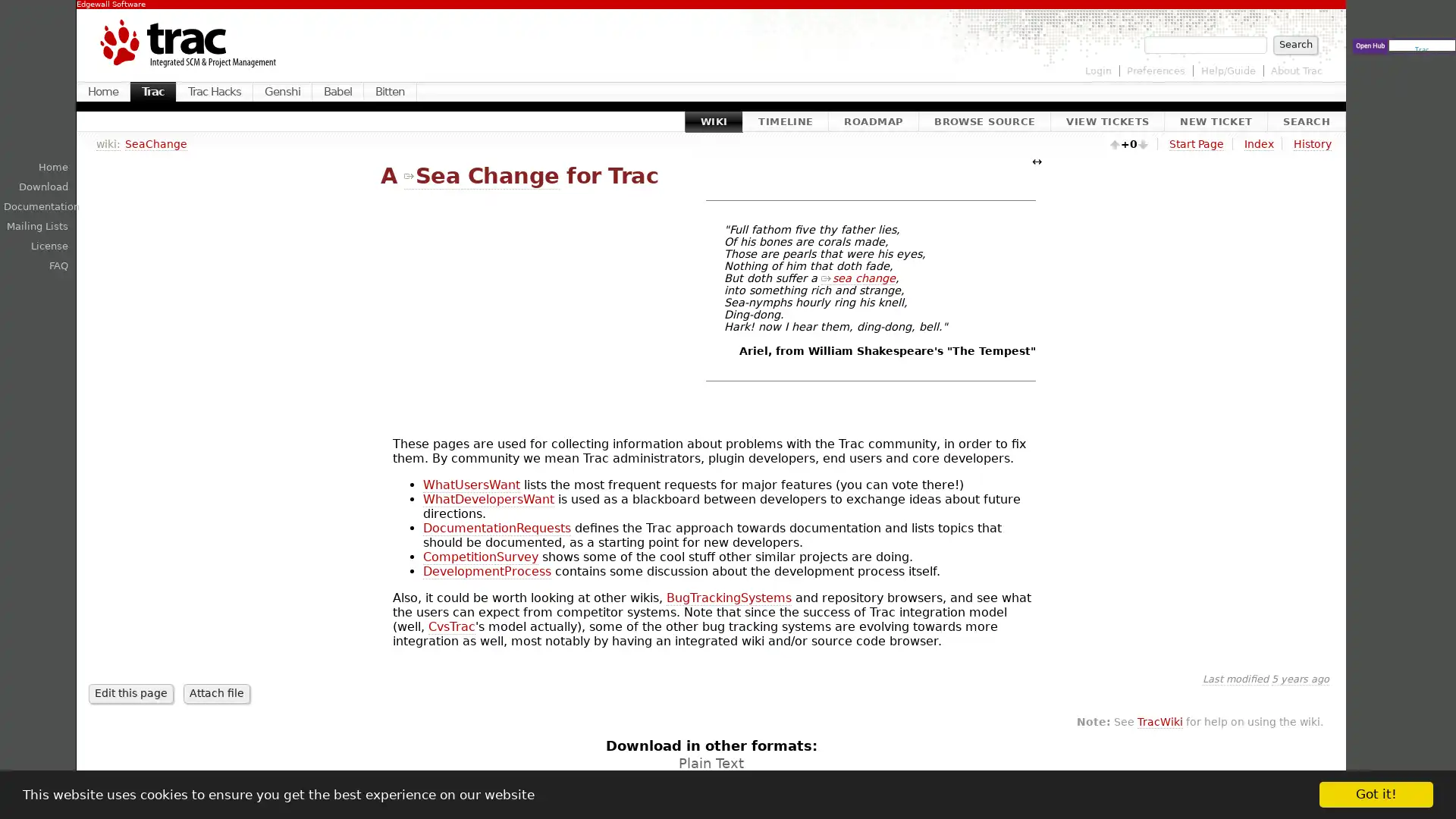 The image size is (1456, 819). Describe the element at coordinates (130, 693) in the screenshot. I see `Edit this page` at that location.